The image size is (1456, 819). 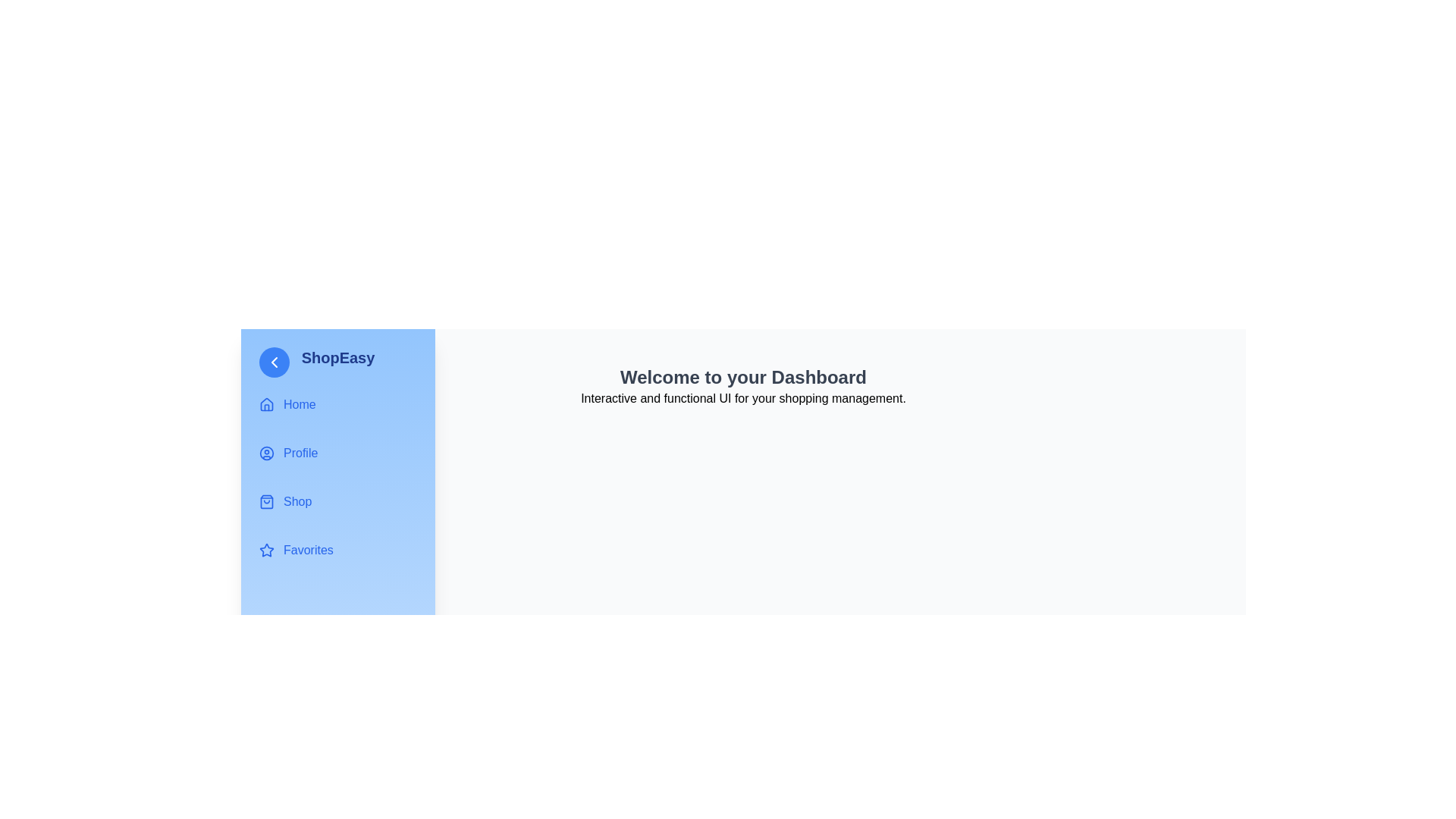 I want to click on the navigation control button located in the sidebar, positioned above the 'ShopEasy' logo, to visualize any hover effect, so click(x=274, y=362).